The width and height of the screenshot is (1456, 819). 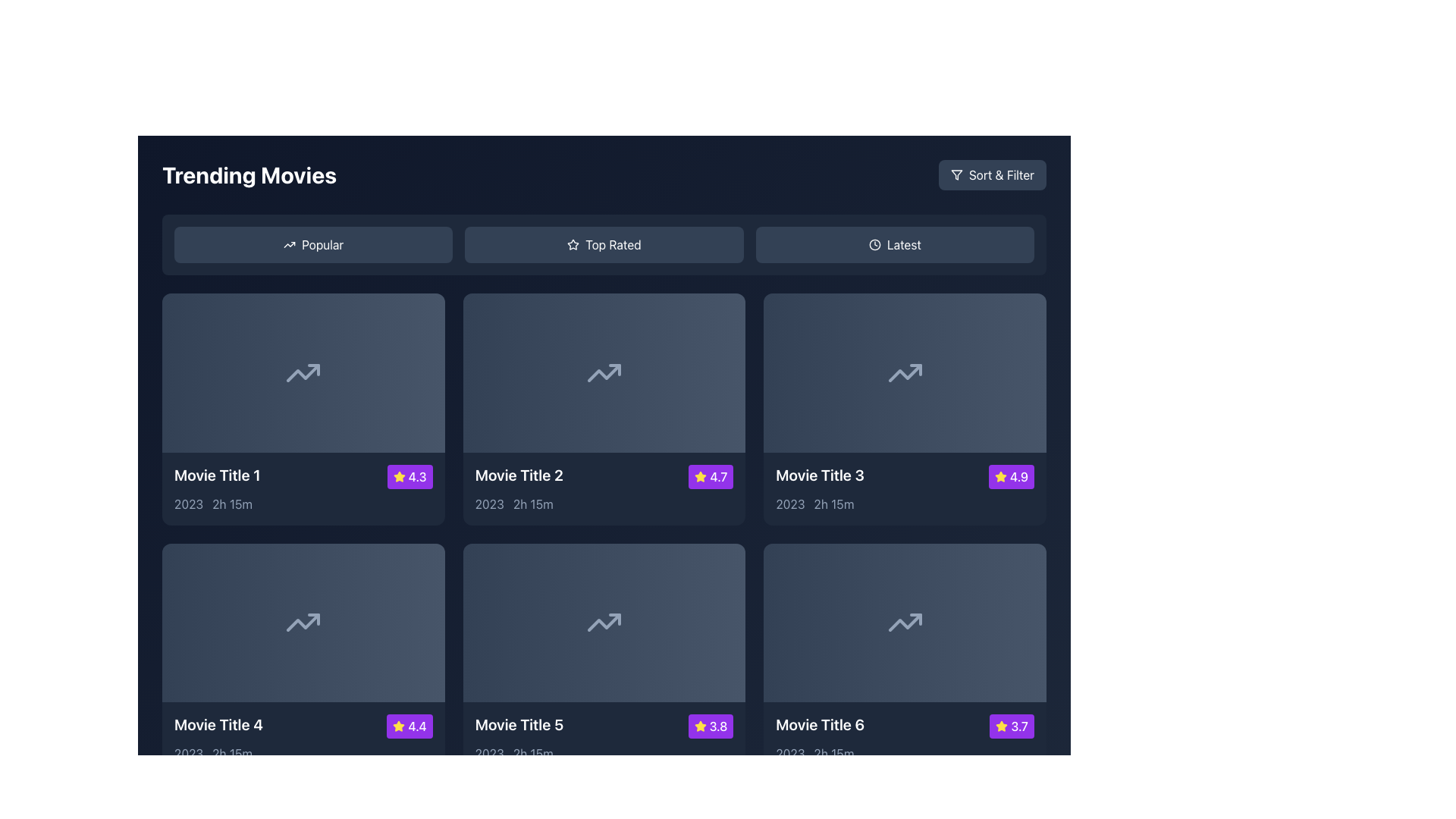 I want to click on the Movie information card displaying details like title, release year, runtime, and user rating, which is the second card in the first row of the 'Trending Movies' section, so click(x=603, y=408).